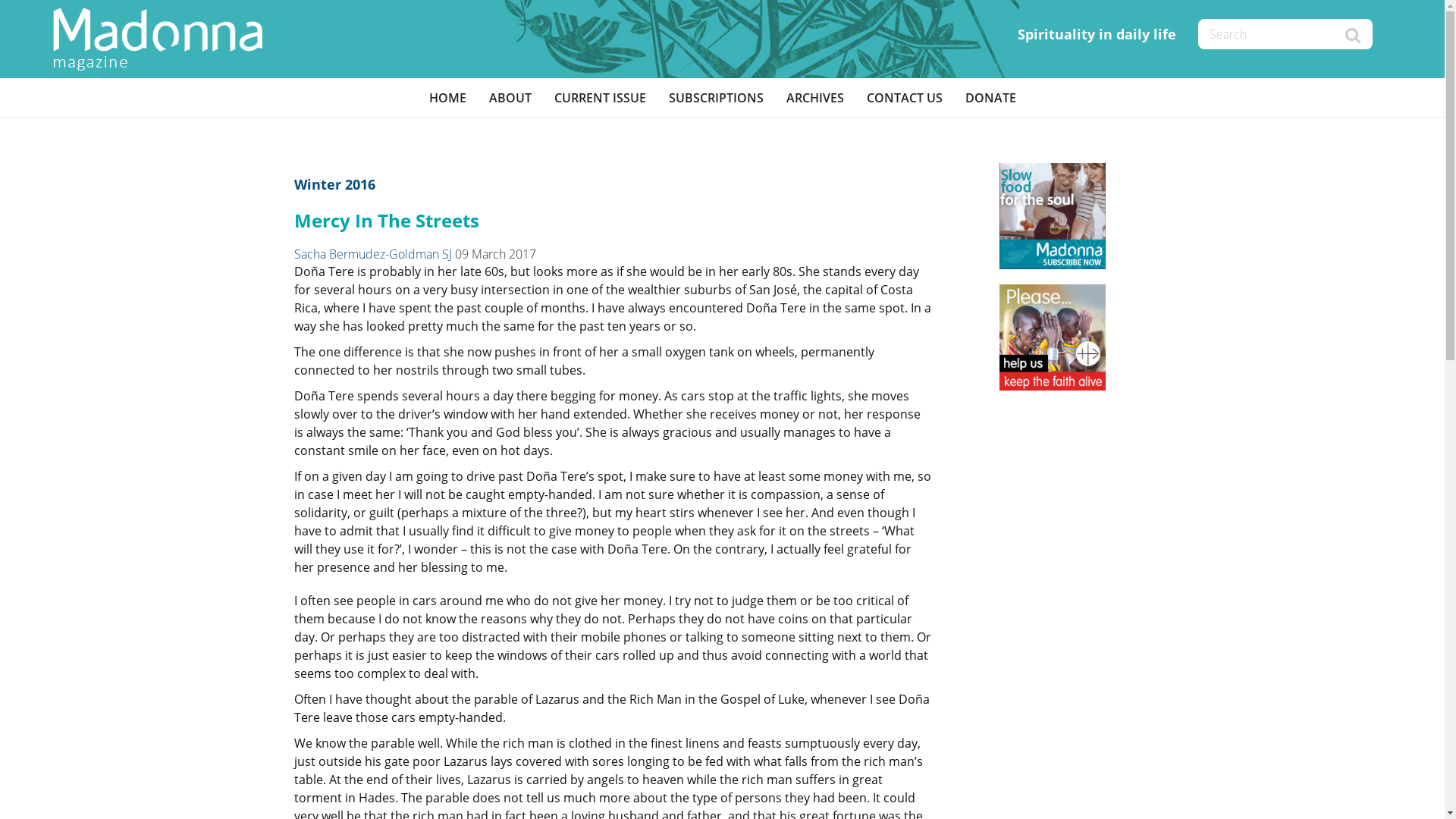 The width and height of the screenshot is (1456, 819). I want to click on 'Sacha Bermudez-Goldman SJ', so click(372, 253).